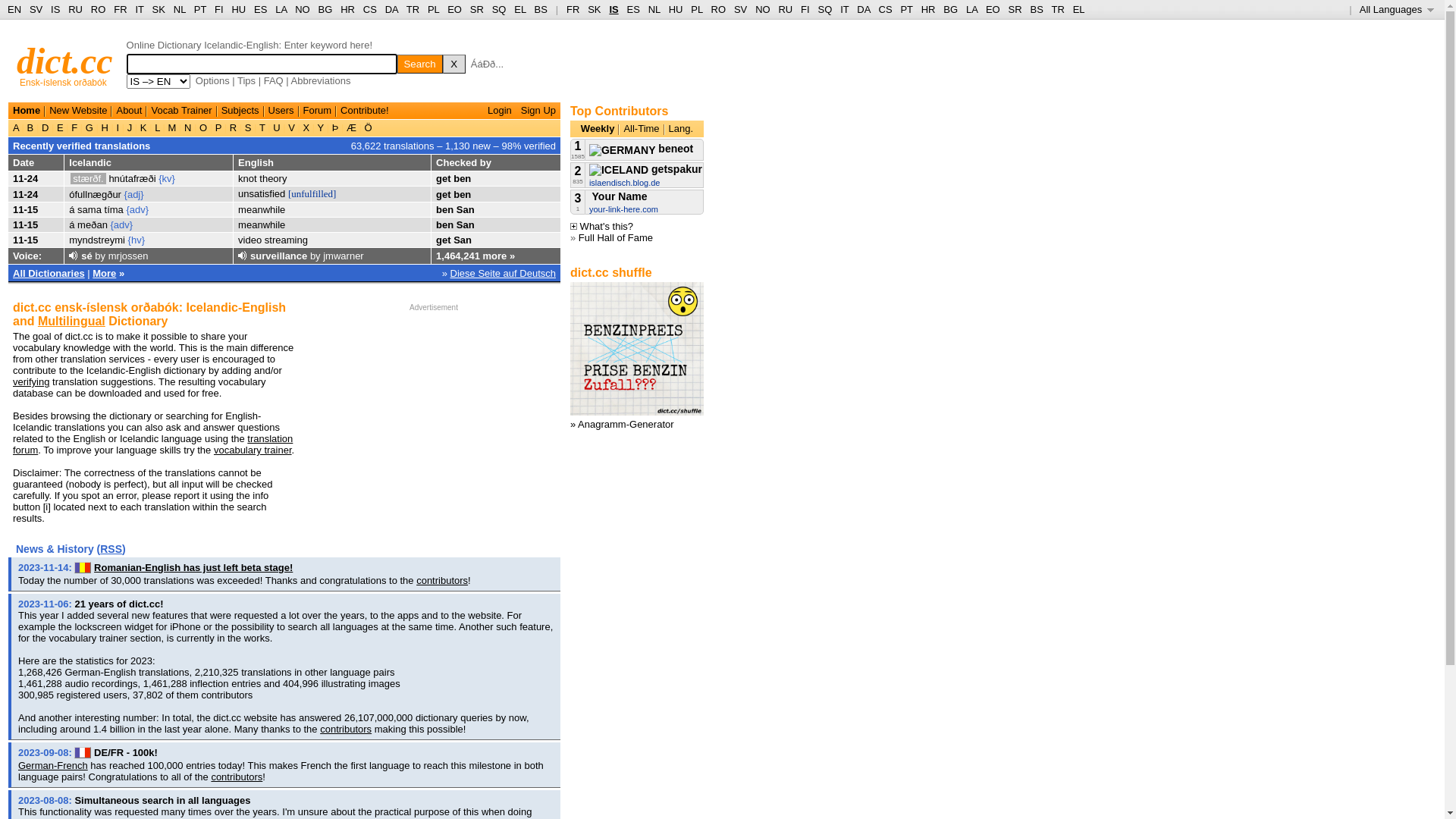  What do you see at coordinates (25, 209) in the screenshot?
I see `'11-15'` at bounding box center [25, 209].